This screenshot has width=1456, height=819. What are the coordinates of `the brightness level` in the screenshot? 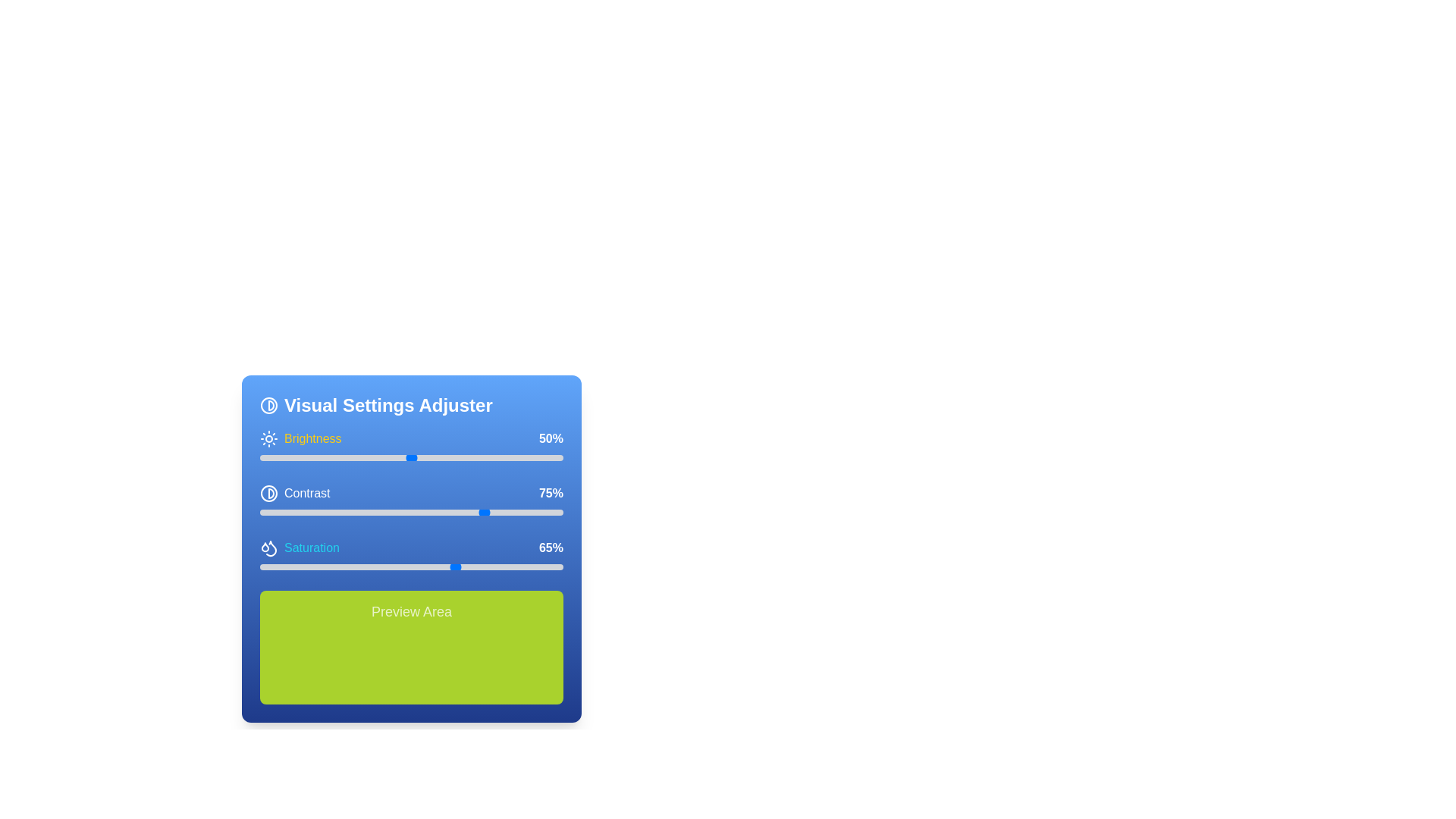 It's located at (462, 457).